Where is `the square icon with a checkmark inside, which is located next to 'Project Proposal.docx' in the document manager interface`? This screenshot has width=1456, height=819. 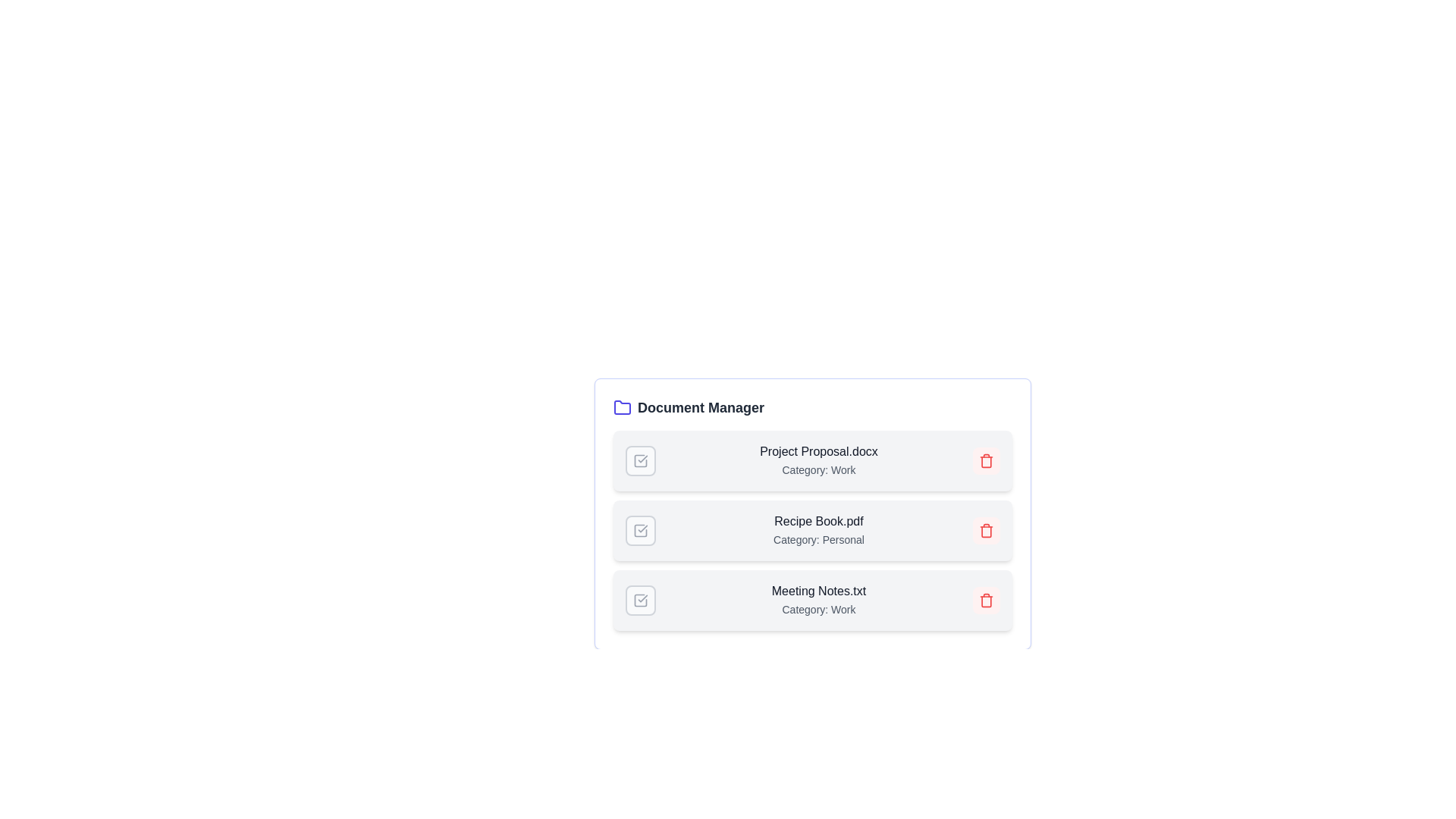
the square icon with a checkmark inside, which is located next to 'Project Proposal.docx' in the document manager interface is located at coordinates (640, 460).